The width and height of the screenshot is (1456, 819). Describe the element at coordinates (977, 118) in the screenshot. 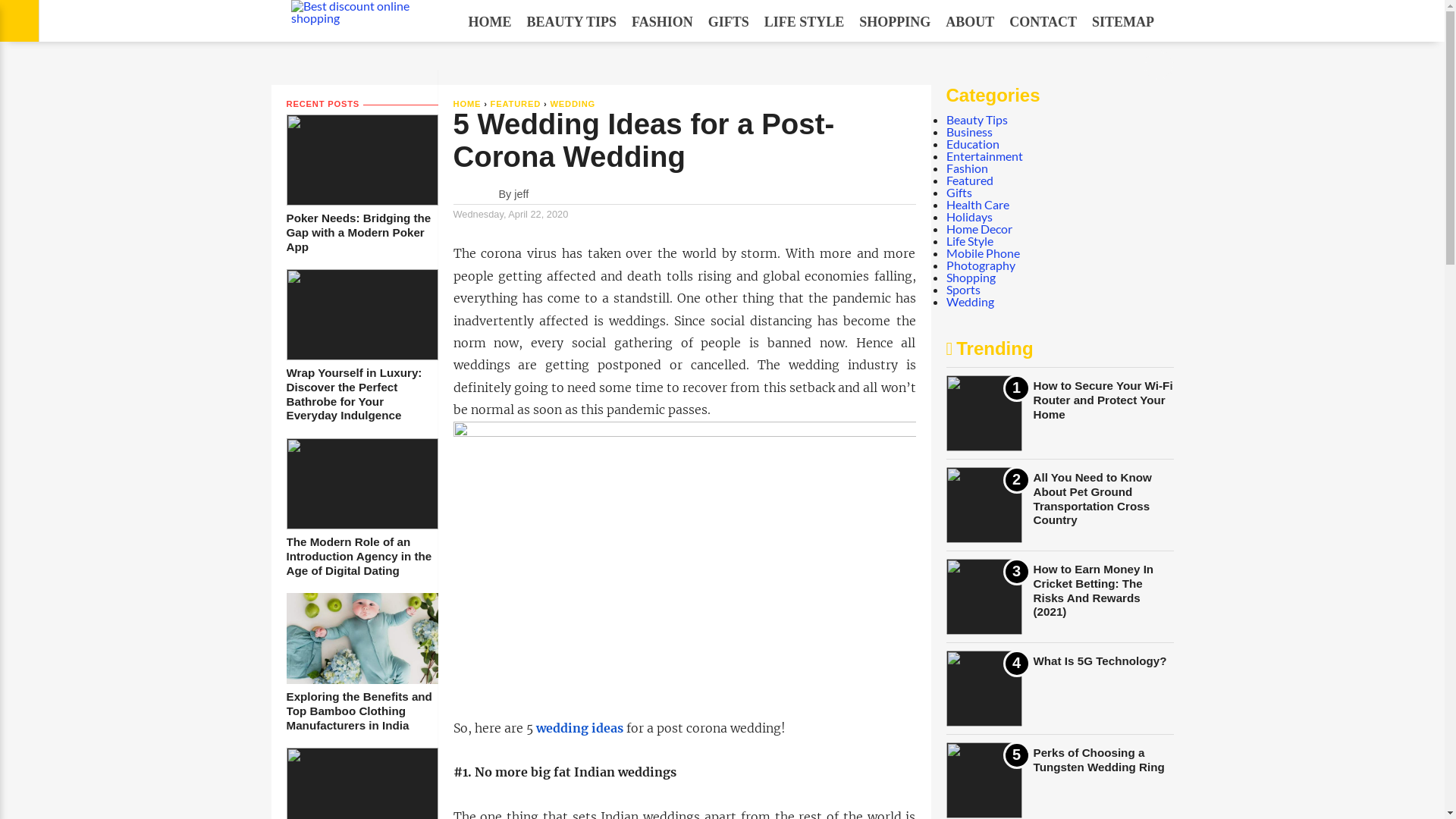

I see `'Beauty Tips'` at that location.